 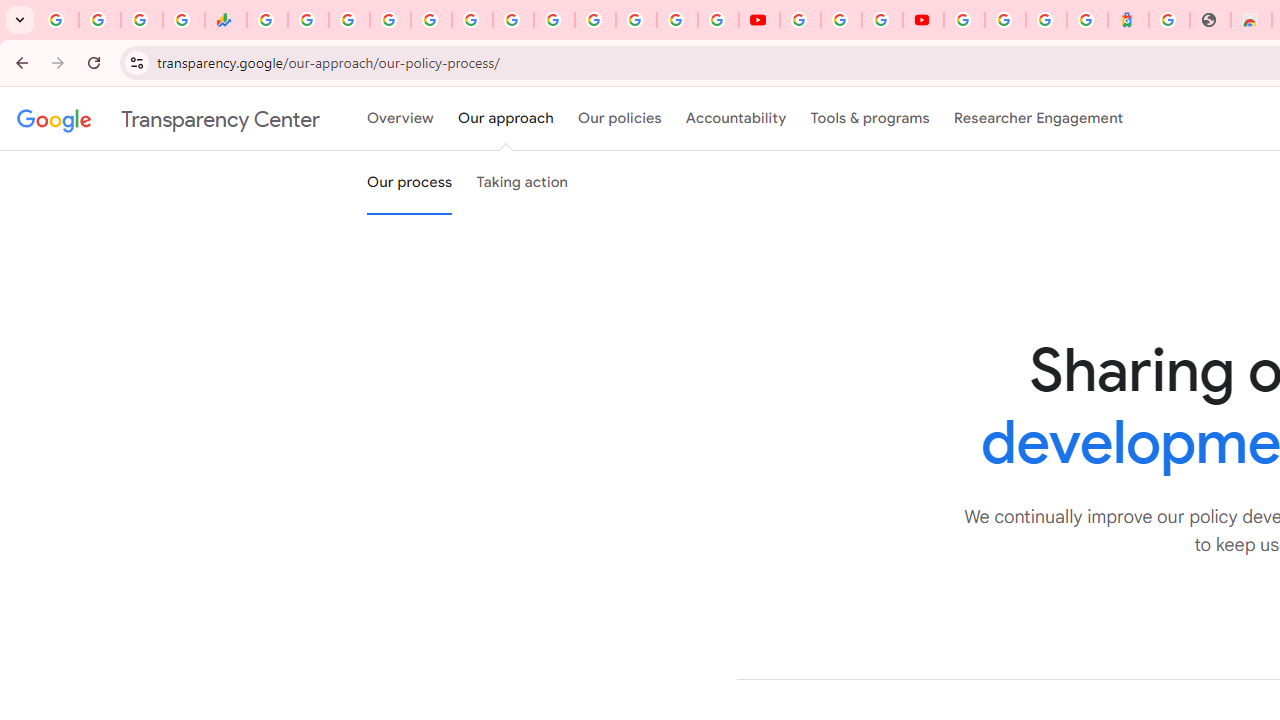 What do you see at coordinates (718, 20) in the screenshot?
I see `'Privacy Checkup'` at bounding box center [718, 20].